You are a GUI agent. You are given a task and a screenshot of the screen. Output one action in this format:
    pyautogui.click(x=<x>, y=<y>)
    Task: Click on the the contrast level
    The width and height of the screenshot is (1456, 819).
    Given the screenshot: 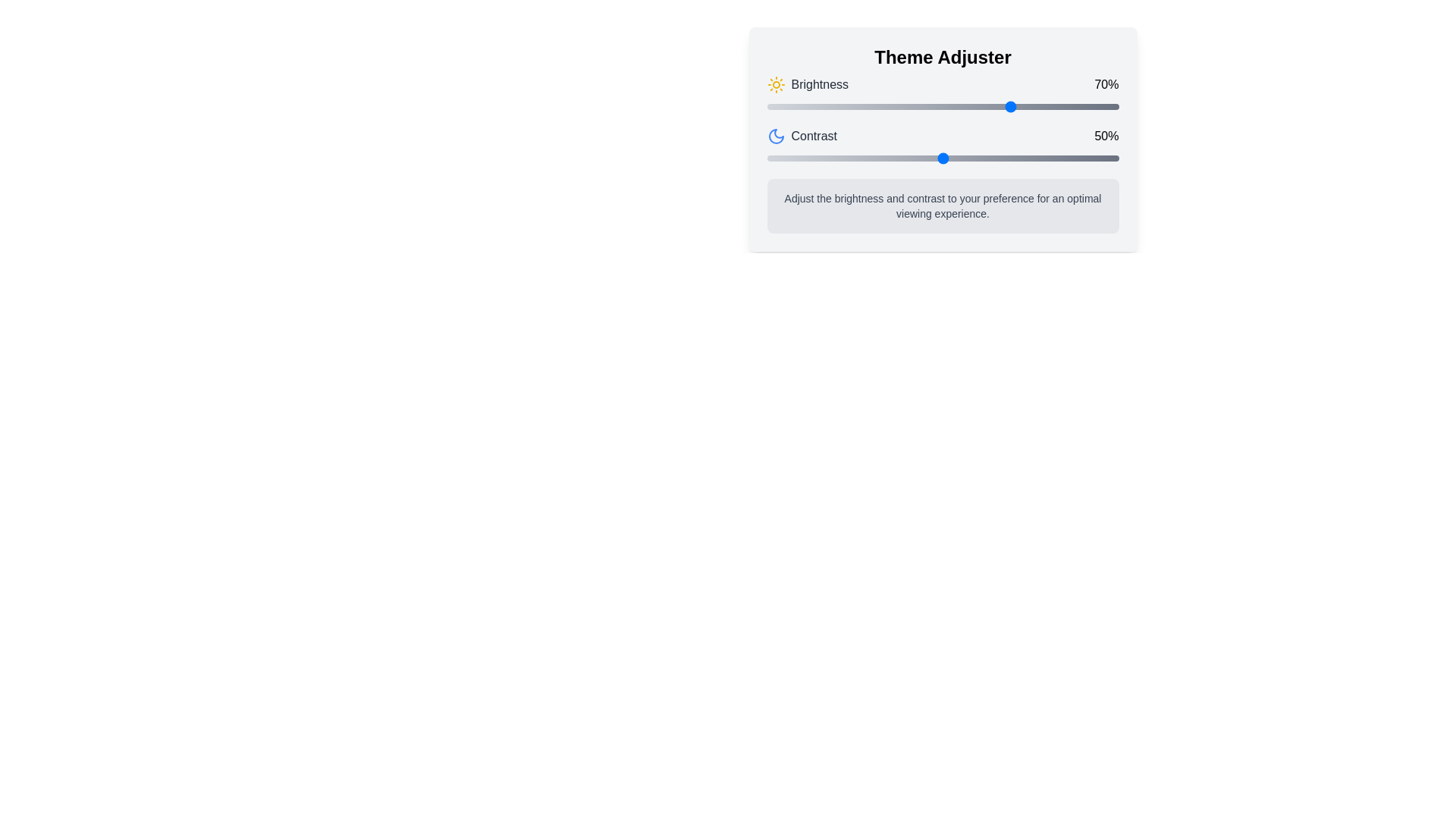 What is the action you would take?
    pyautogui.click(x=959, y=158)
    